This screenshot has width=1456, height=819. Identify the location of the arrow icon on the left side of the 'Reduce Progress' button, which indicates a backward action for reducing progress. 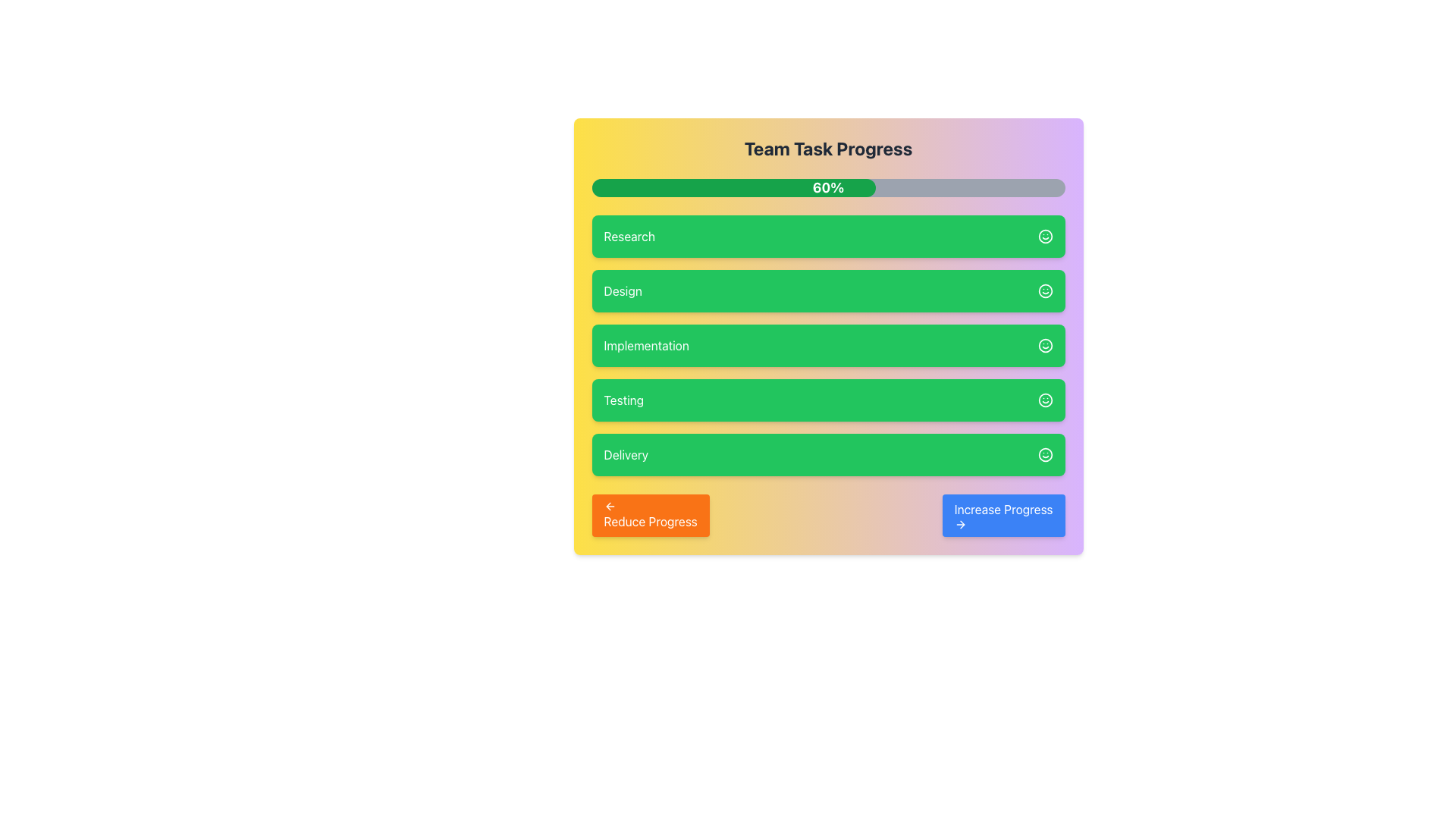
(610, 506).